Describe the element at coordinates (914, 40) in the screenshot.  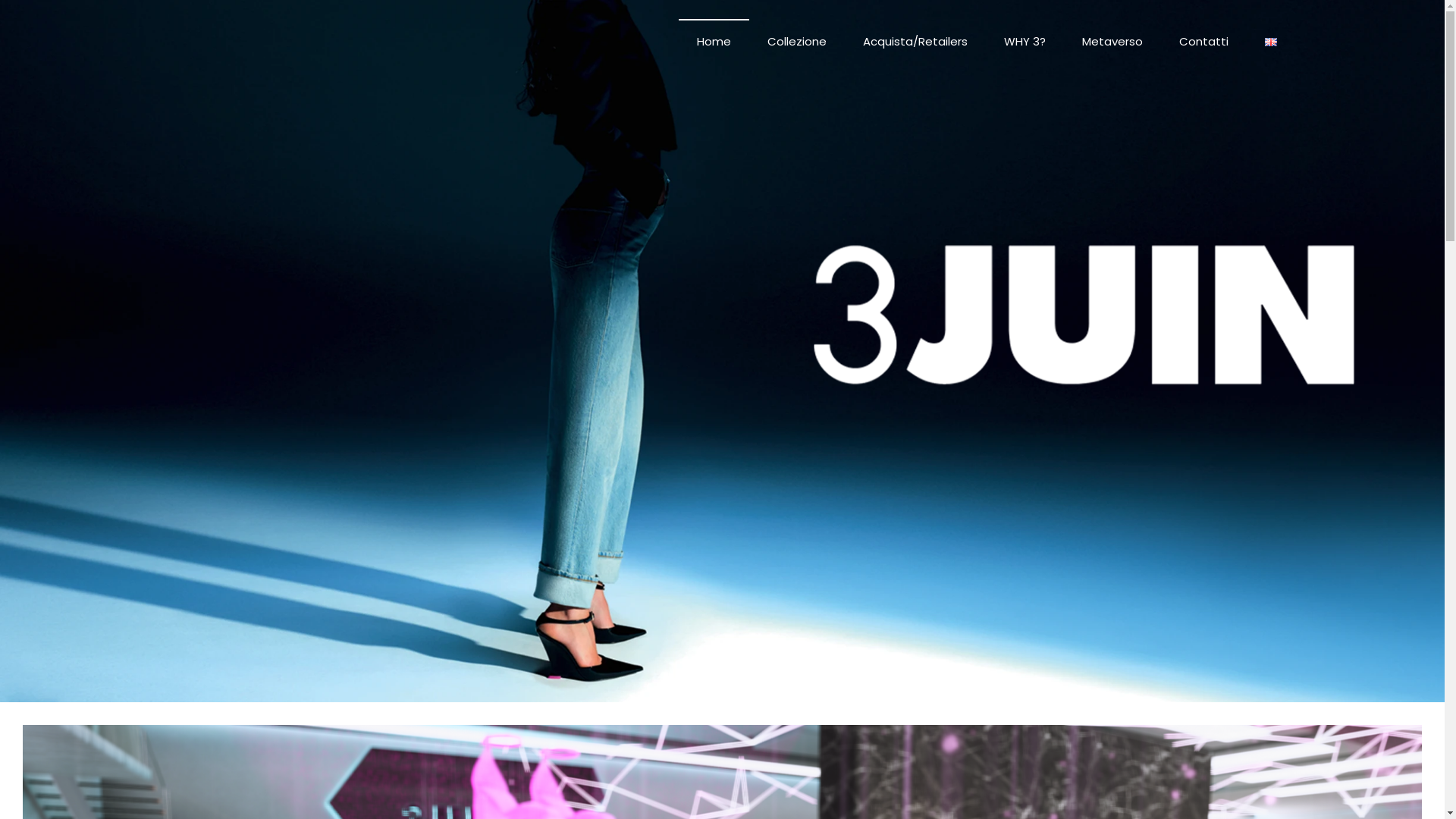
I see `'Acquista/Retailers'` at that location.